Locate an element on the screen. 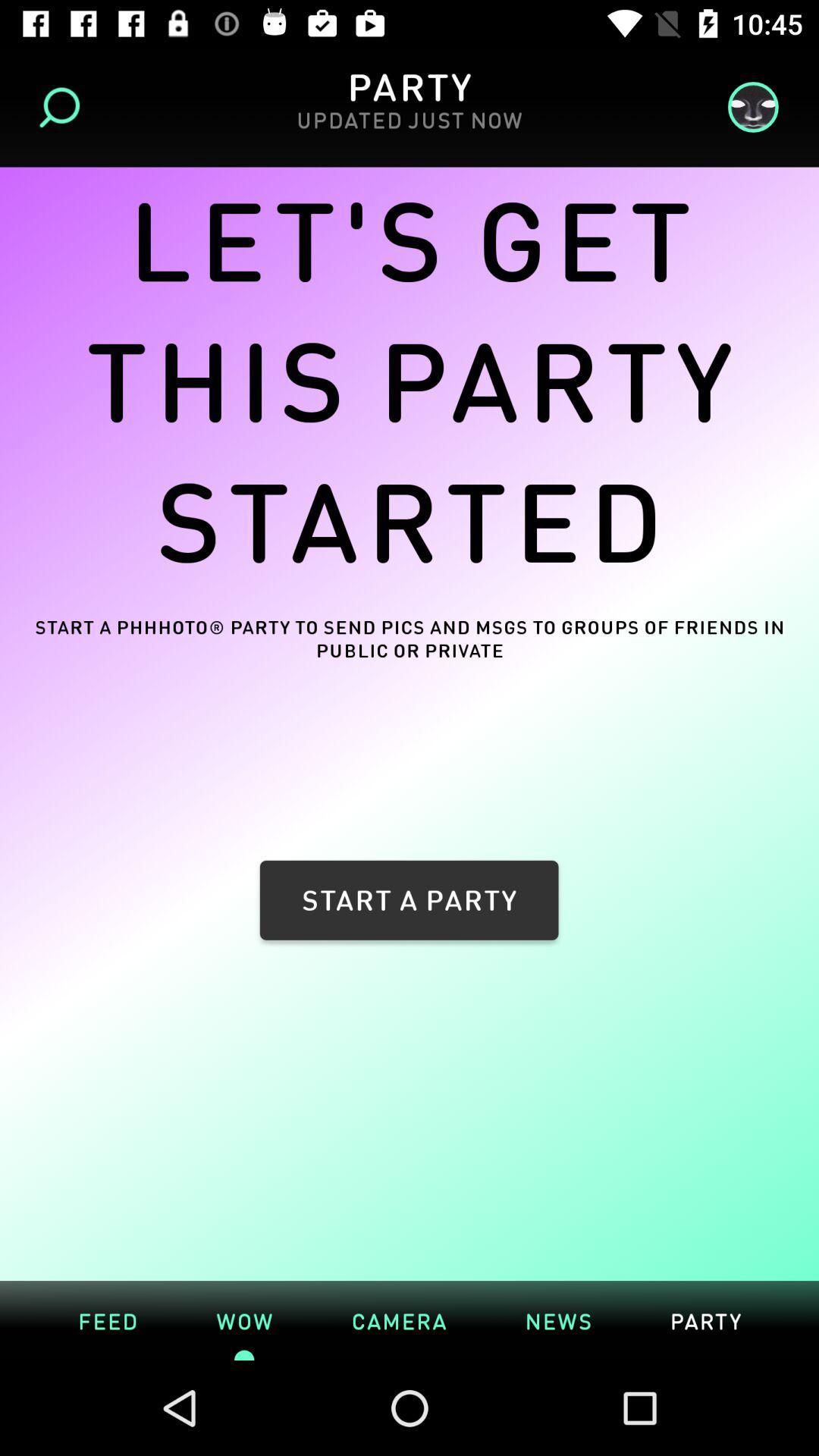 This screenshot has height=1456, width=819. updated just now is located at coordinates (408, 130).